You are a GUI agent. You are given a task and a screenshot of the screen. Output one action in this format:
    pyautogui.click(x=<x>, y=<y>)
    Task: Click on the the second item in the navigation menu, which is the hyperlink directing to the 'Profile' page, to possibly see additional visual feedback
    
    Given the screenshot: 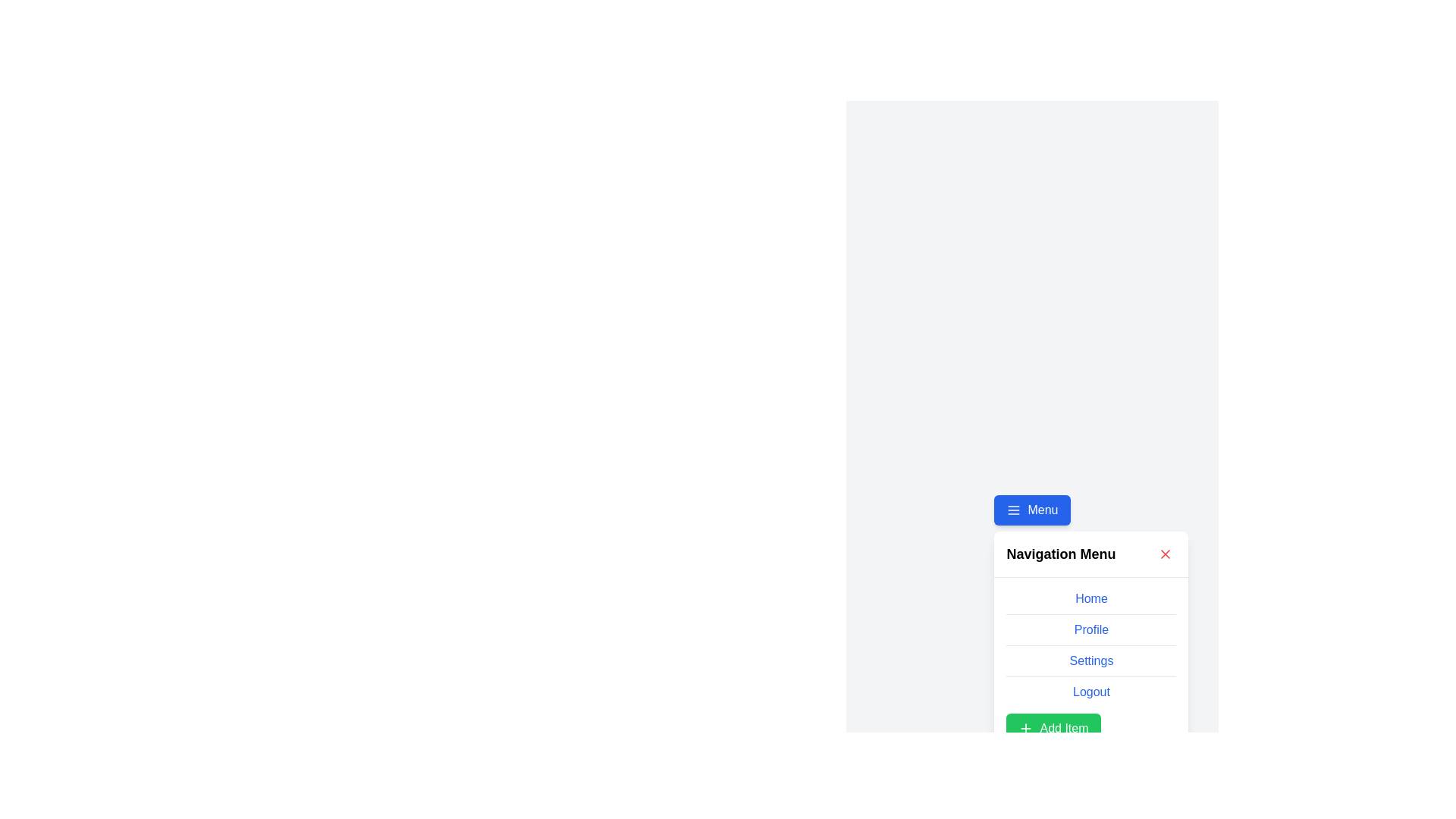 What is the action you would take?
    pyautogui.click(x=1090, y=633)
    